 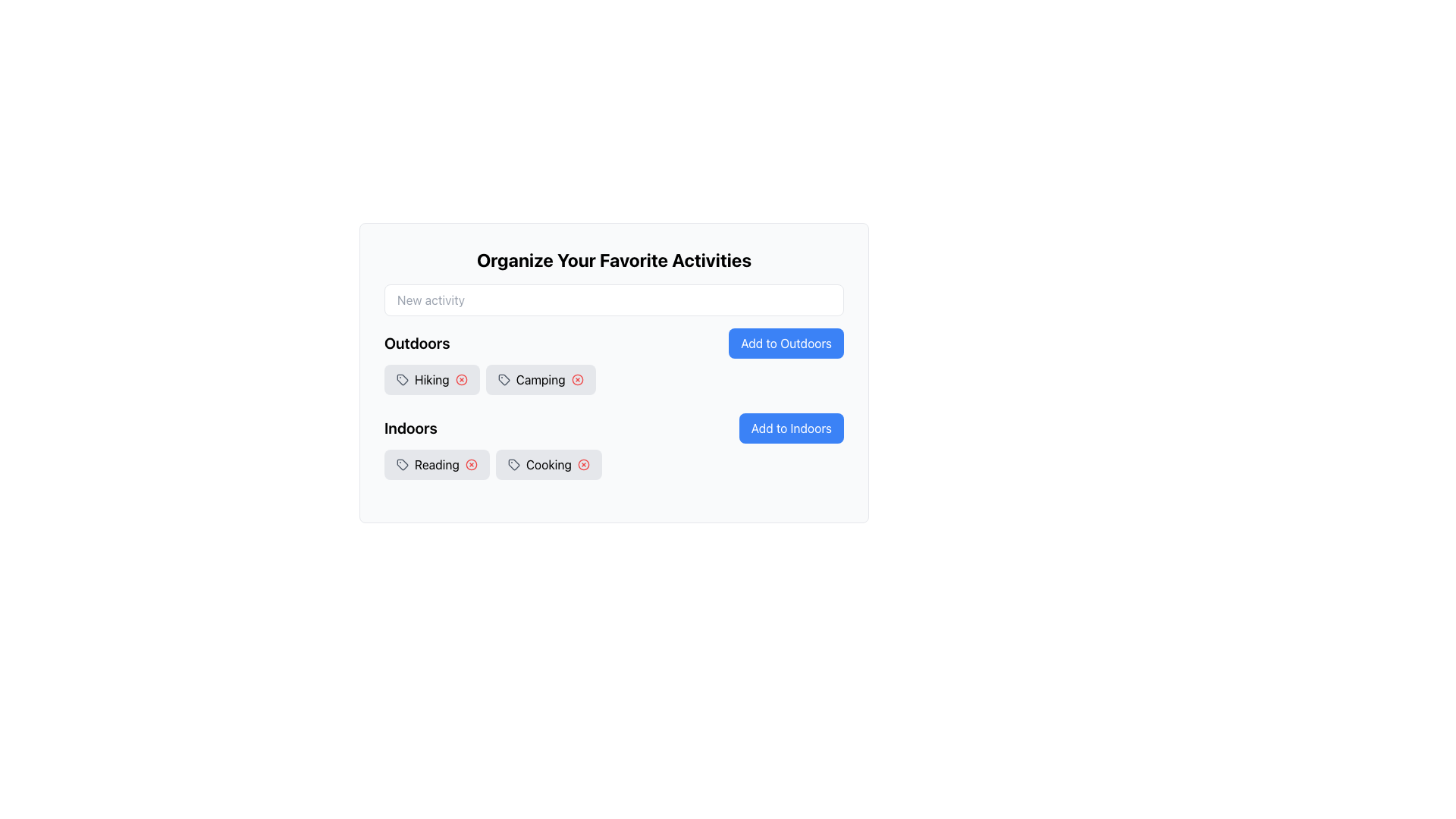 I want to click on the tag-shaped SVG icon located in the 'Indoors' section, just before the 'Reading' text, so click(x=403, y=464).